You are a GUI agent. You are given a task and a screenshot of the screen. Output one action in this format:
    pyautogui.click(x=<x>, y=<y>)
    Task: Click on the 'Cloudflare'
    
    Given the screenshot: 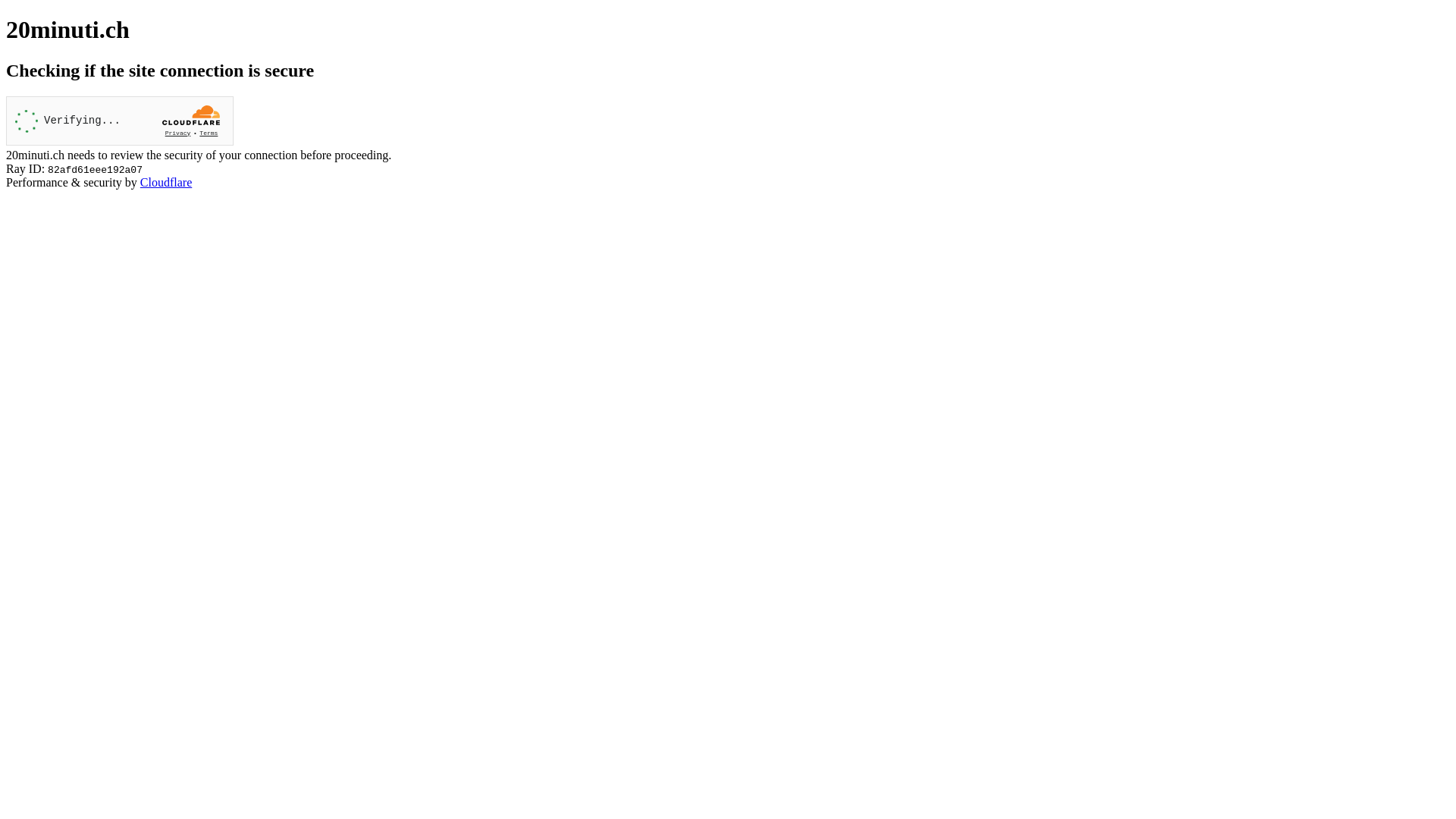 What is the action you would take?
    pyautogui.click(x=166, y=181)
    